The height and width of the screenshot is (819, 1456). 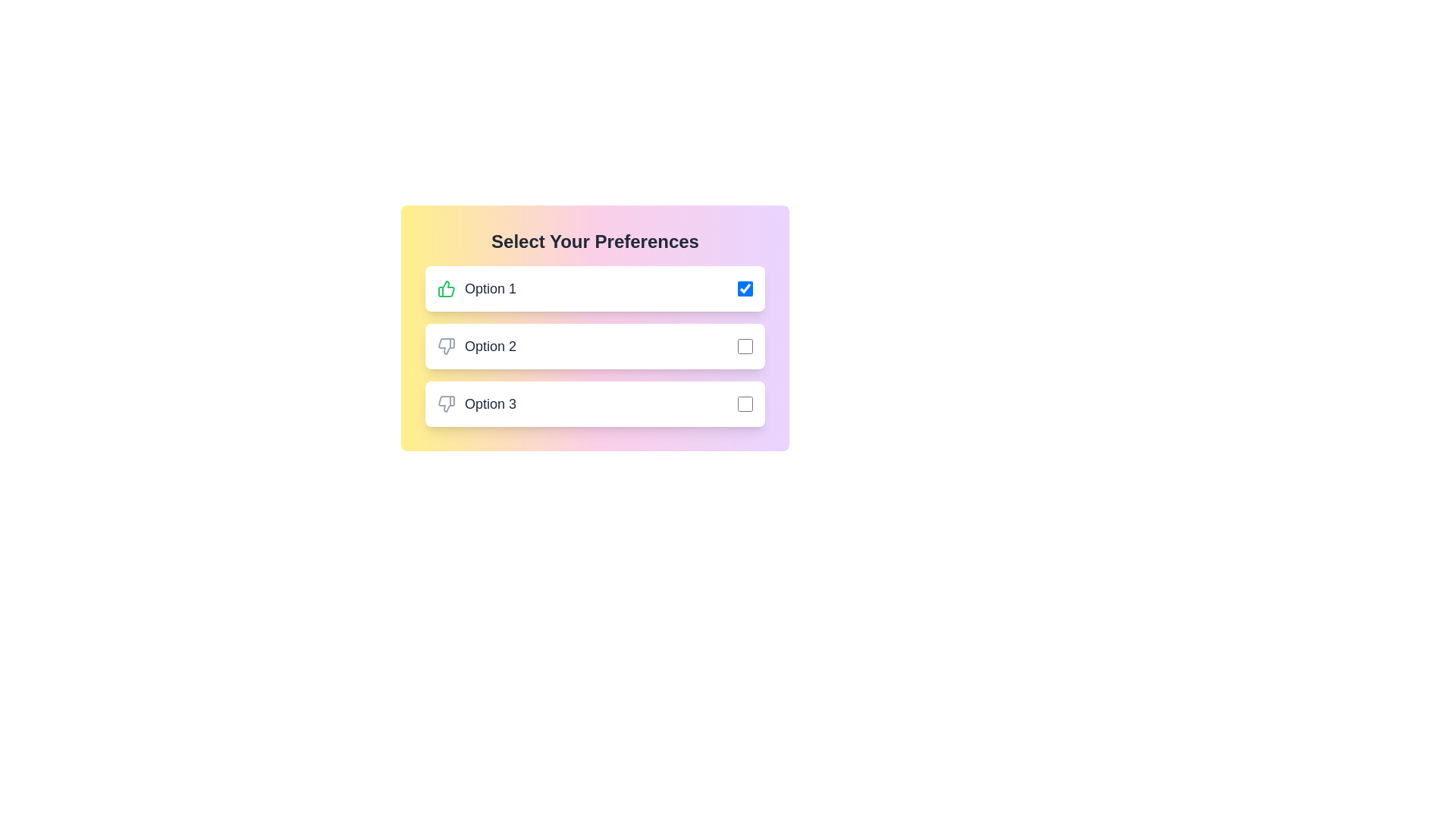 I want to click on the checkbox associated with the 'Option 2' button in the grouped UI element of buttons and checkboxes, so click(x=595, y=346).